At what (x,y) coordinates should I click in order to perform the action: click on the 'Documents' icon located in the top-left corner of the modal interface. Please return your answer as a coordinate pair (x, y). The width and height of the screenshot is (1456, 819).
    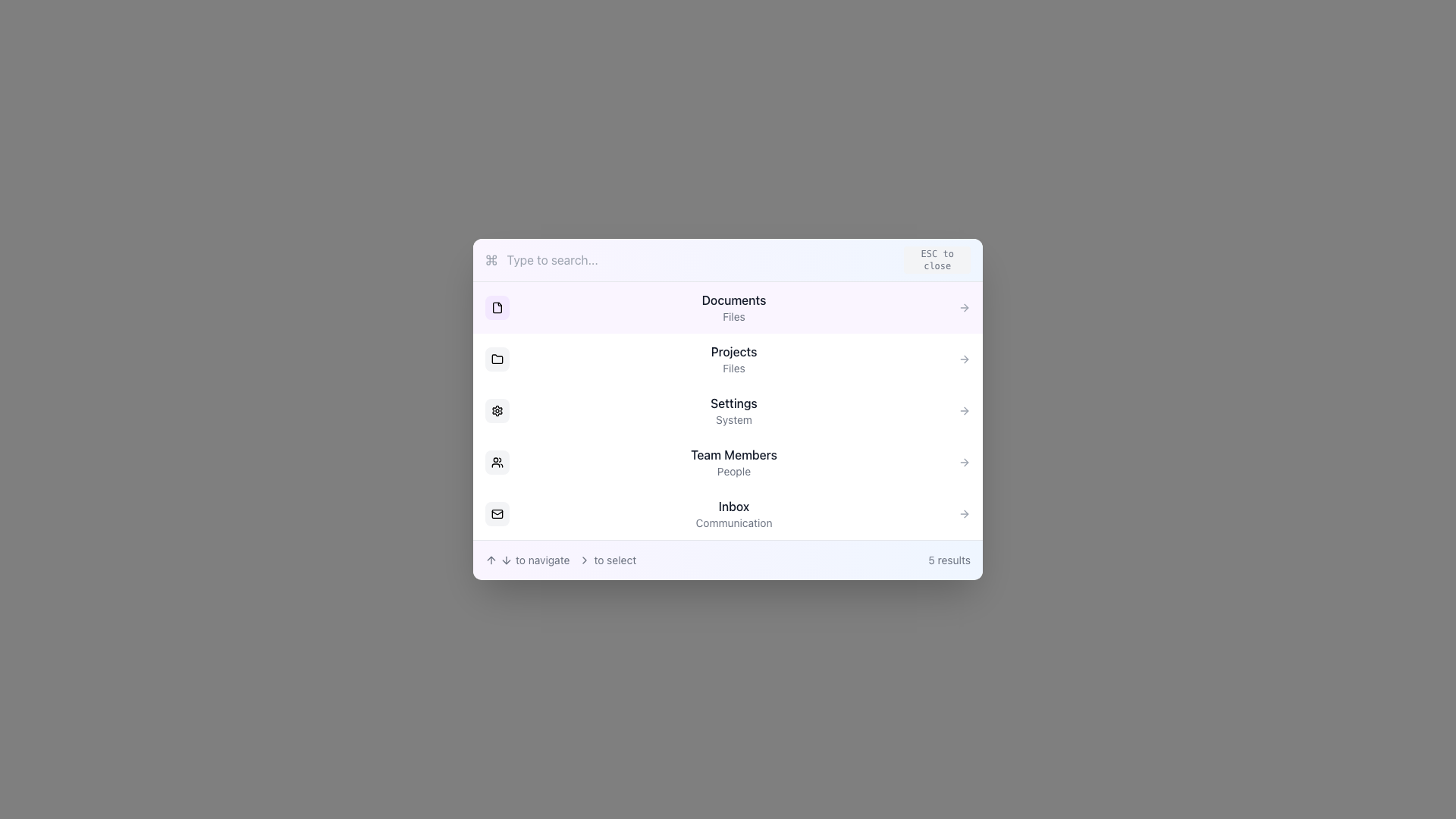
    Looking at the image, I should click on (497, 307).